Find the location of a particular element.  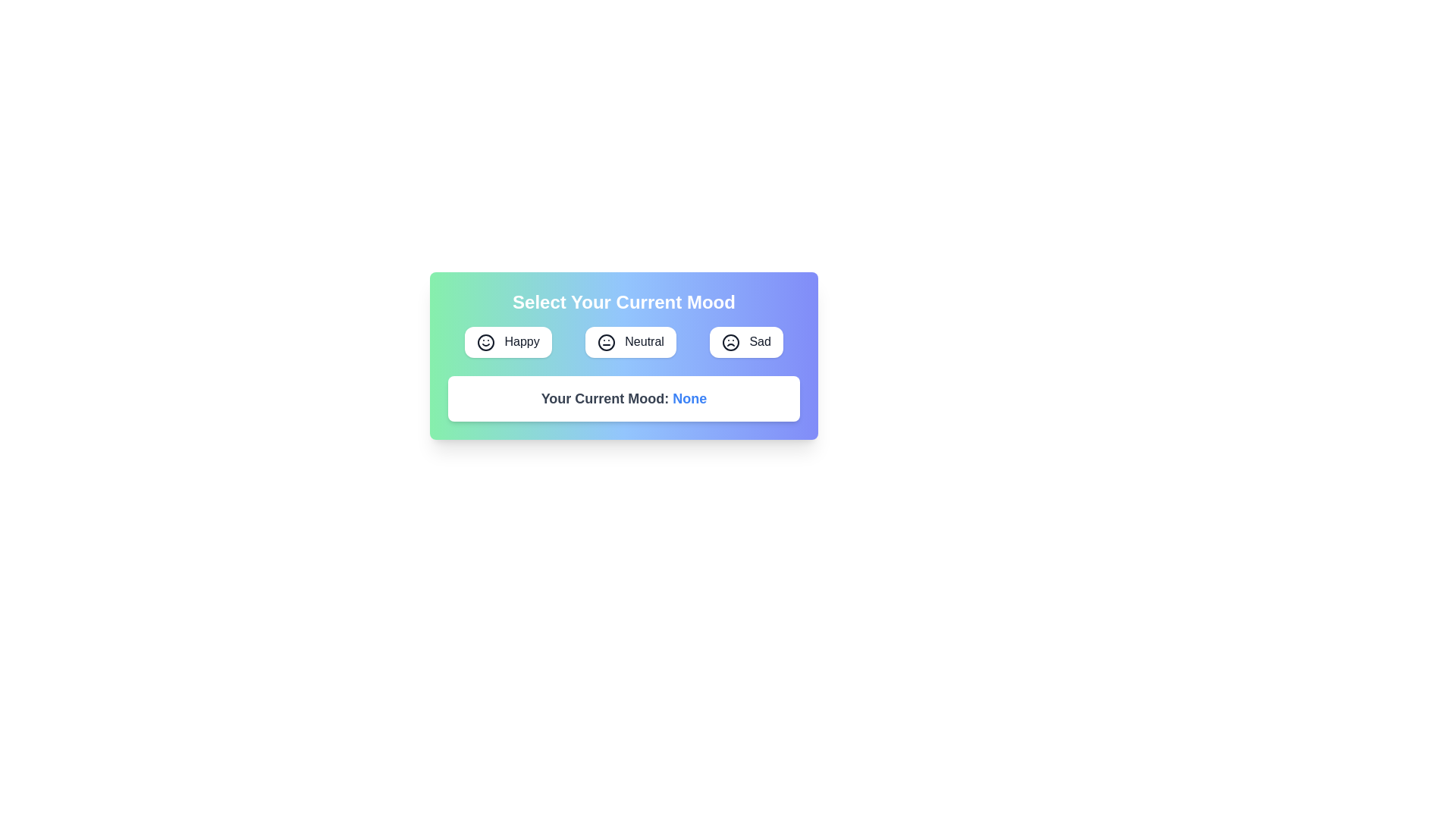

the 'Happy' button located in the top-left corner of the mood selection group to trigger a color change is located at coordinates (508, 342).